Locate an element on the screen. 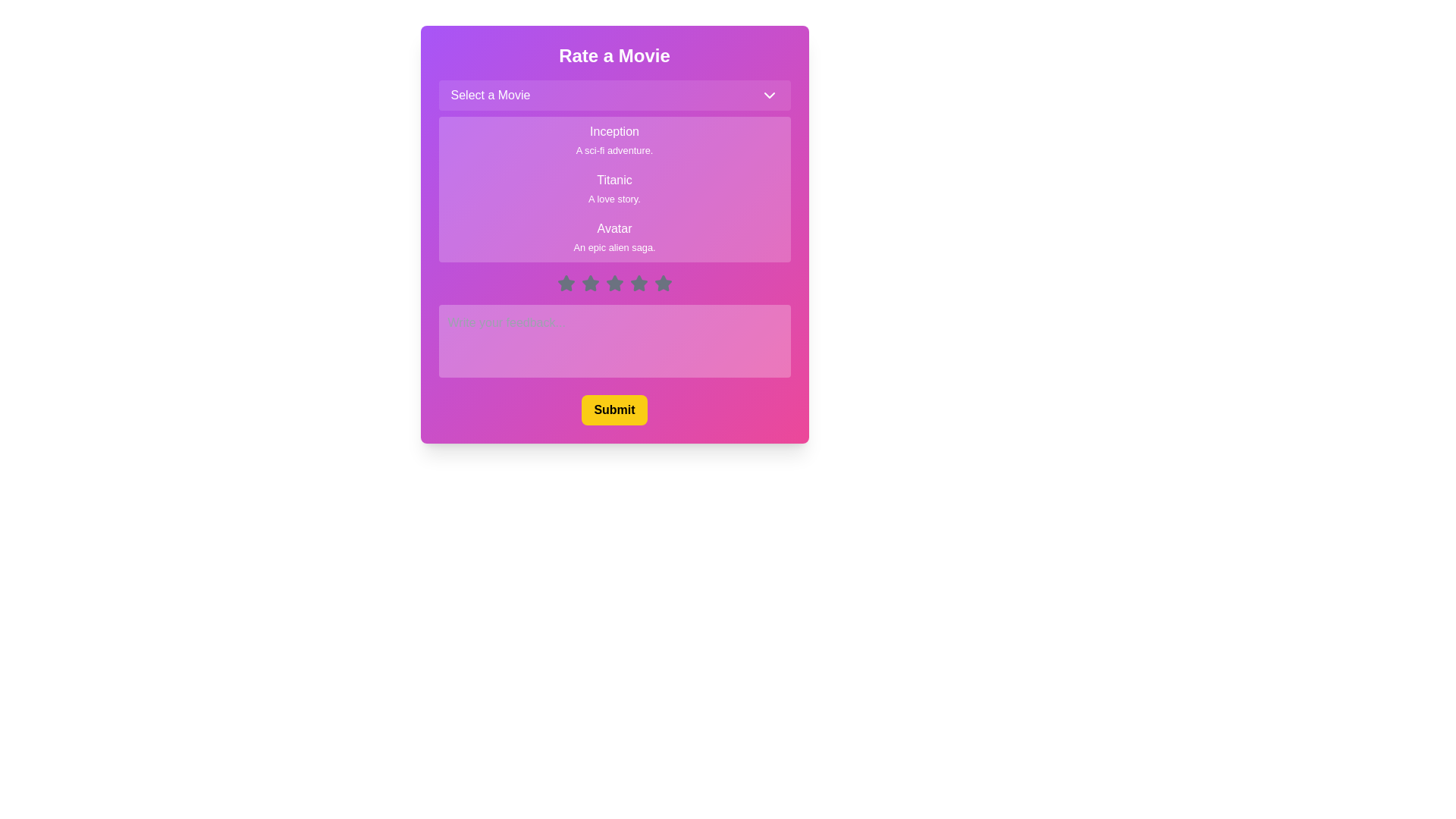 The image size is (1456, 819). the list item displaying 'Titanic' in bold text is located at coordinates (614, 189).